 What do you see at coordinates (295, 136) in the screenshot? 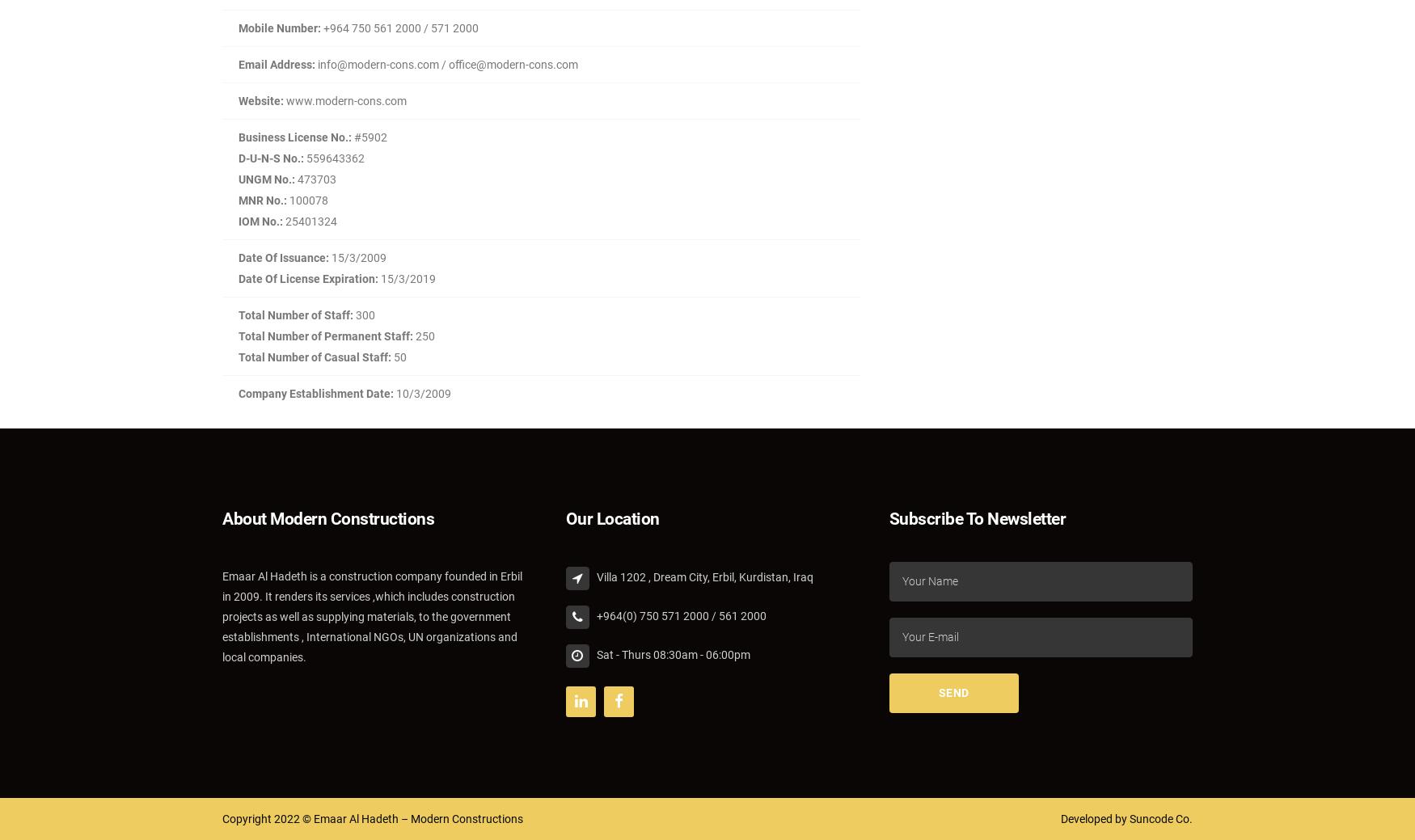
I see `'Business License No.:'` at bounding box center [295, 136].